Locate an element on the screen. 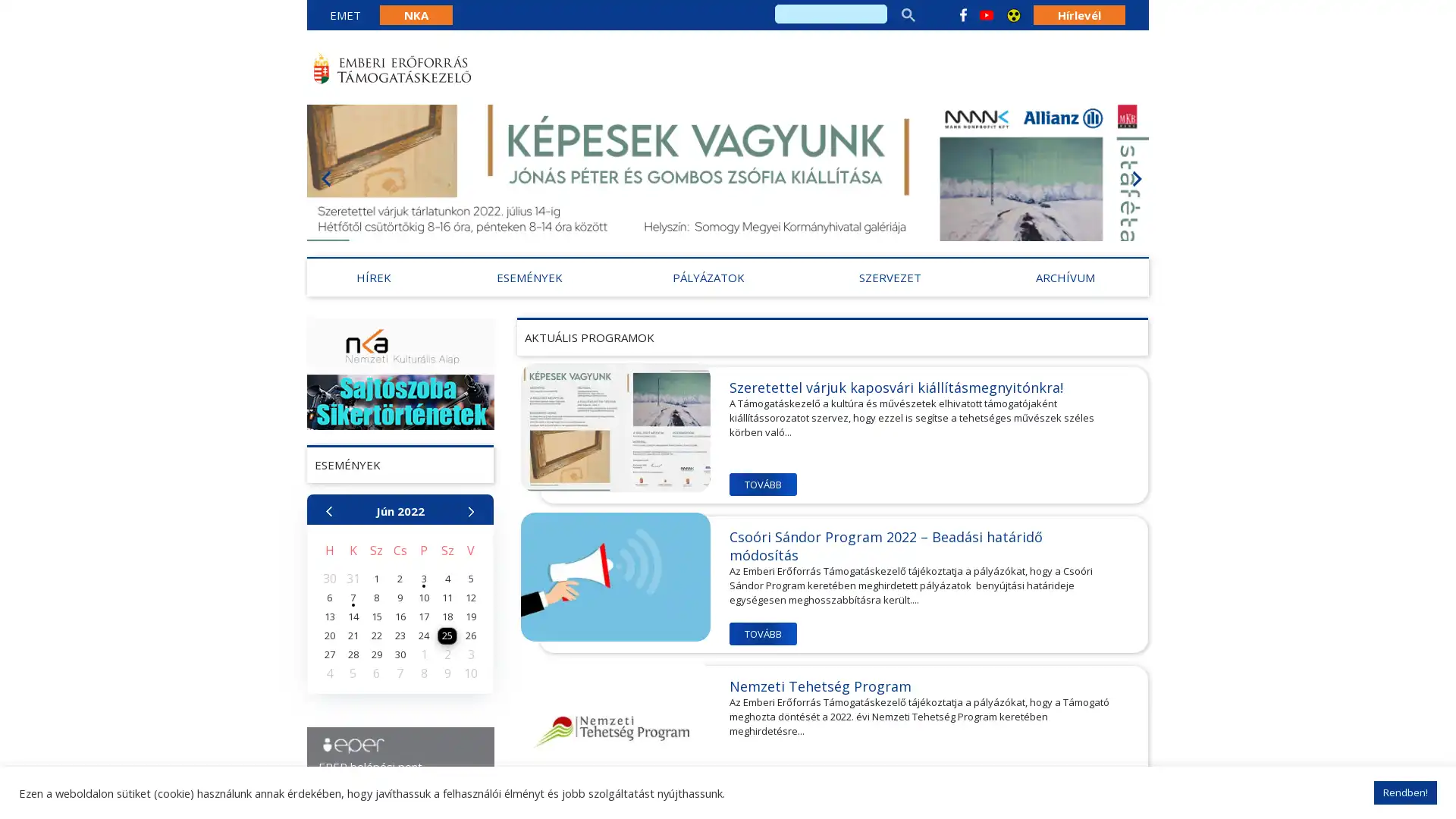  PALYAZATOK is located at coordinates (708, 278).